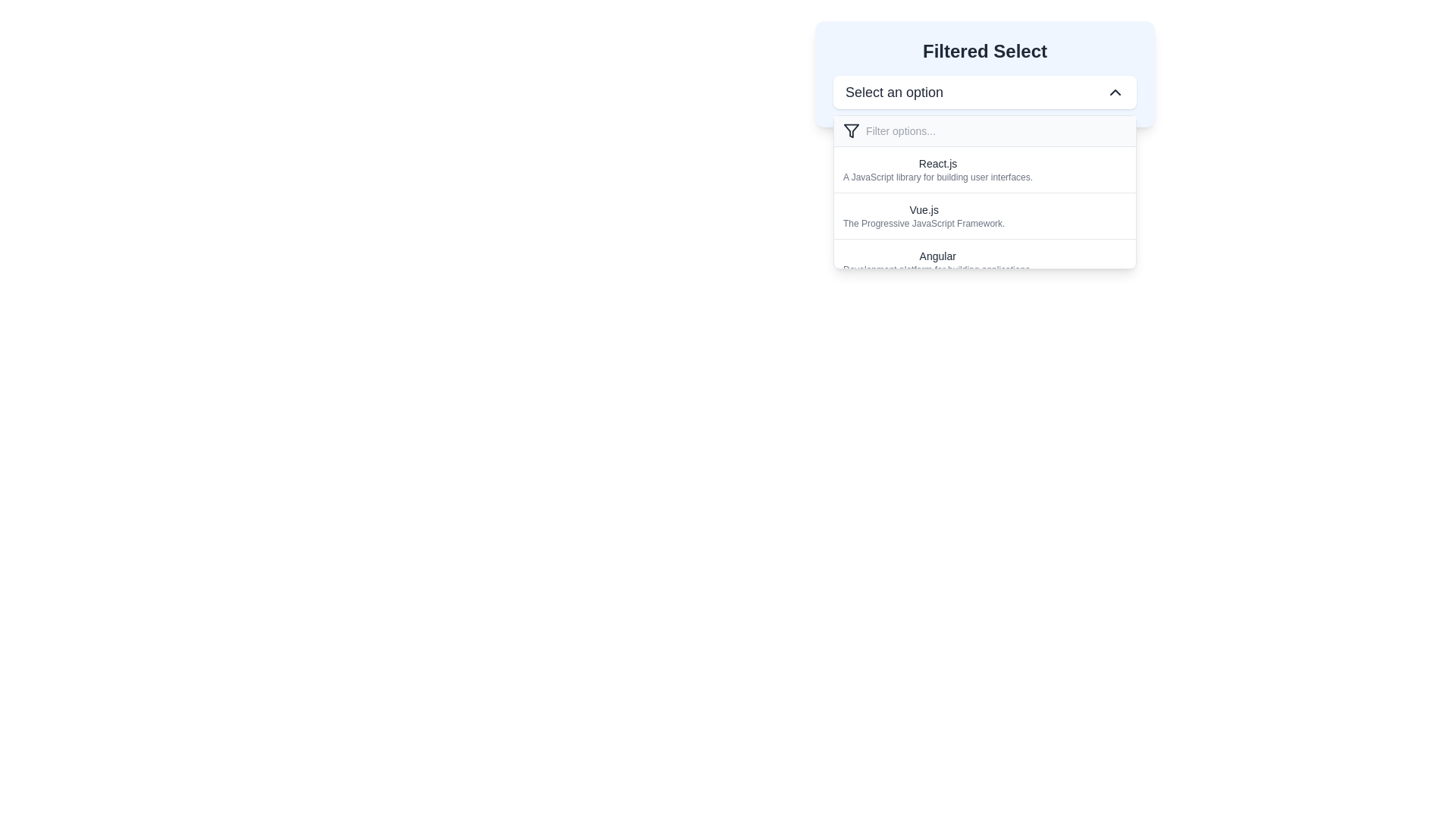 The width and height of the screenshot is (1456, 819). What do you see at coordinates (937, 262) in the screenshot?
I see `the third option in the dropdown menu that allows users to select 'Angular', located beneath 'Vue.js'` at bounding box center [937, 262].